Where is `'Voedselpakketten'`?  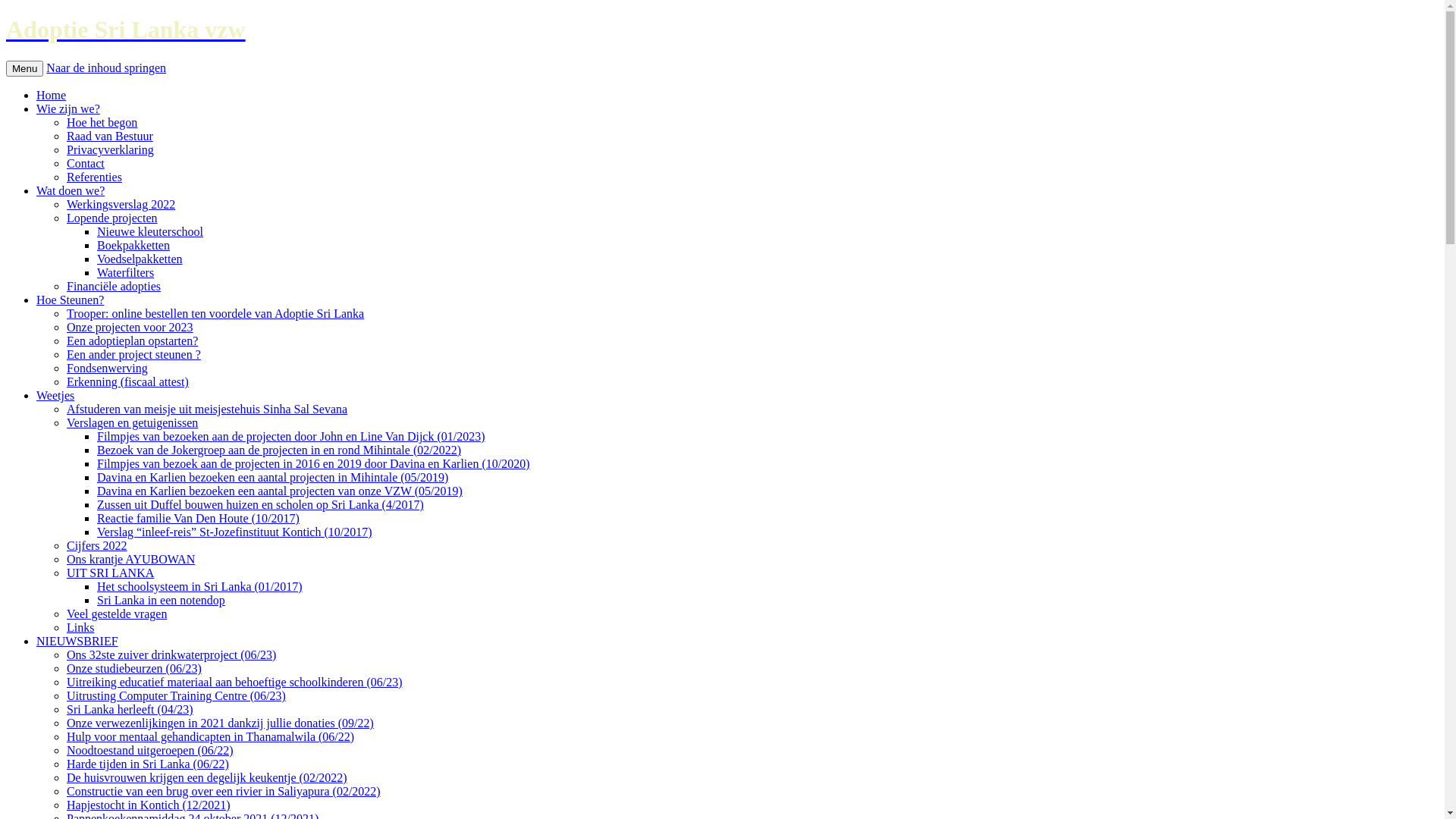
'Voedselpakketten' is located at coordinates (140, 258).